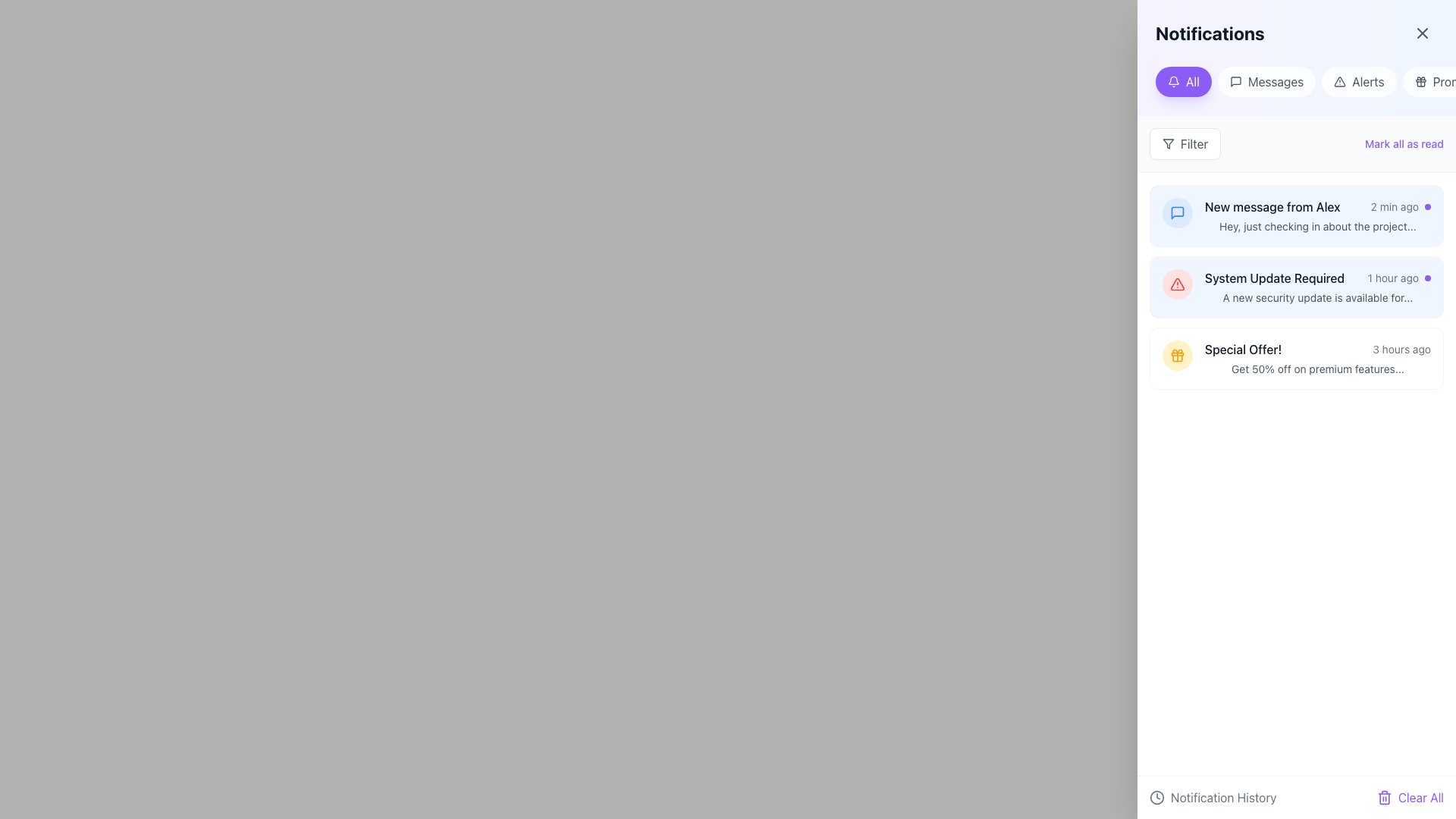 The image size is (1456, 819). What do you see at coordinates (1401, 350) in the screenshot?
I see `the text label that provides relative timing information located in the bottom-most notification box, to the right of the 'Special Offer!' text` at bounding box center [1401, 350].